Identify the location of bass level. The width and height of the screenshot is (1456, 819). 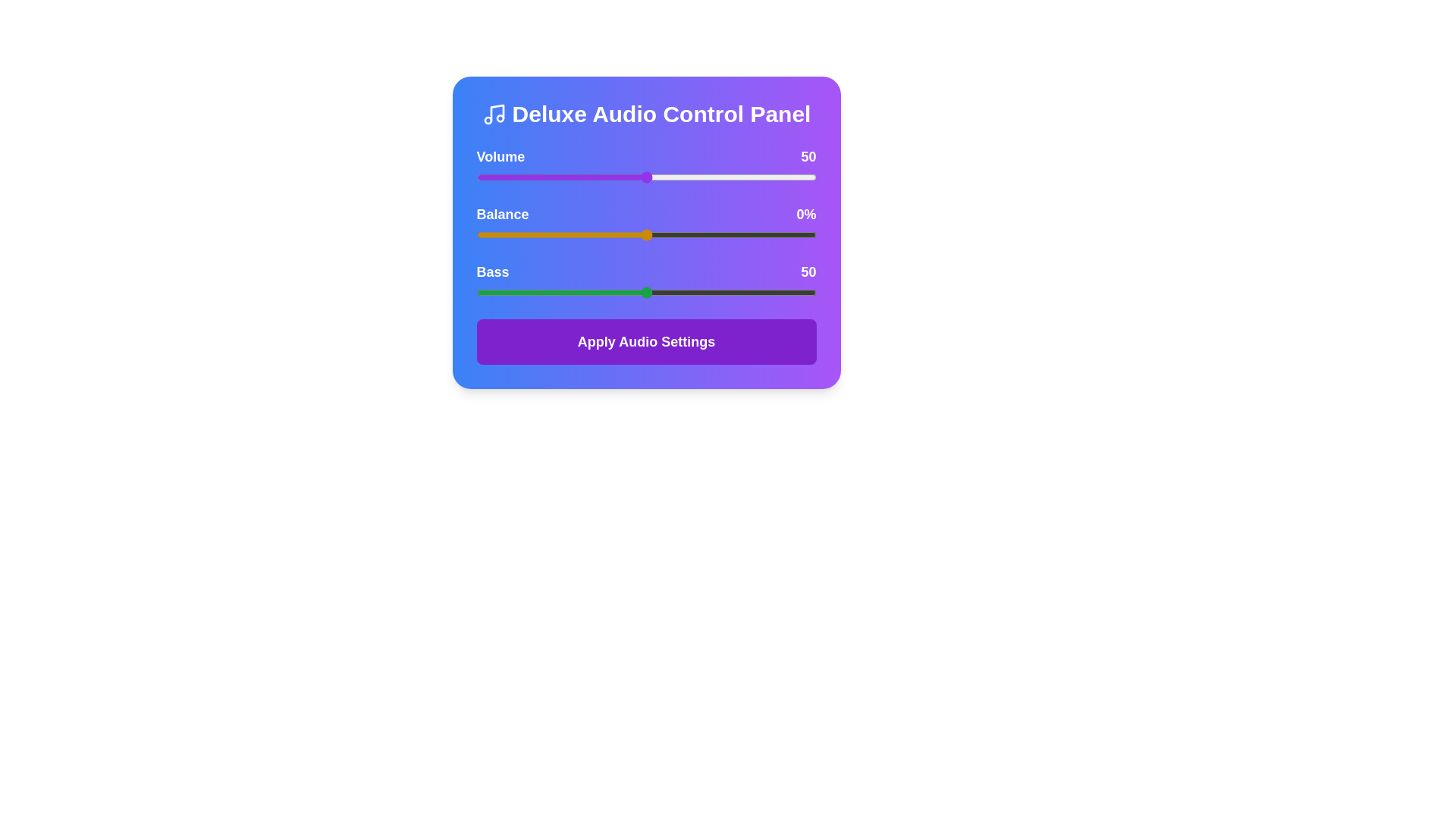
(723, 292).